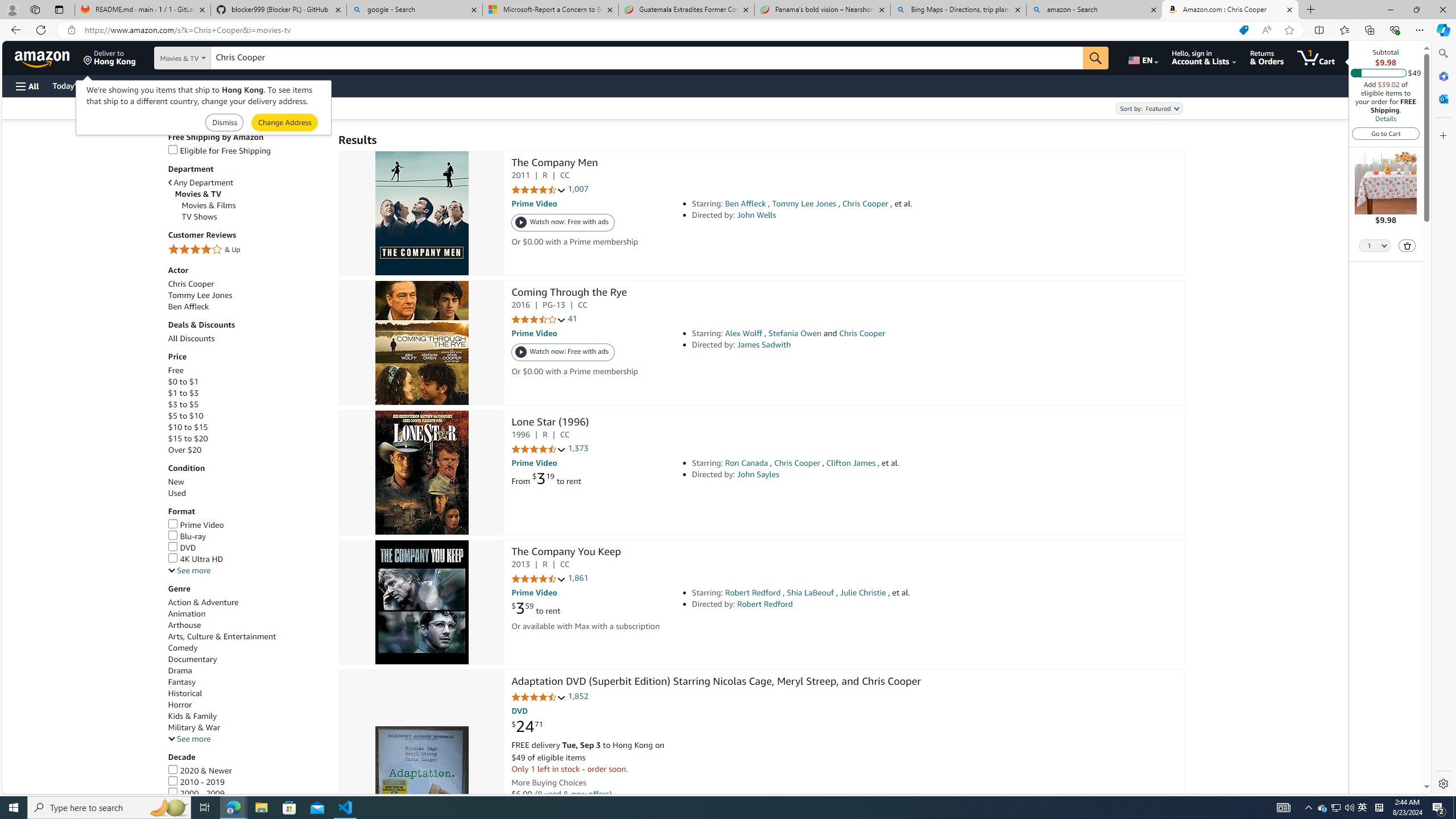  I want to click on '4K Ultra HD', so click(195, 559).